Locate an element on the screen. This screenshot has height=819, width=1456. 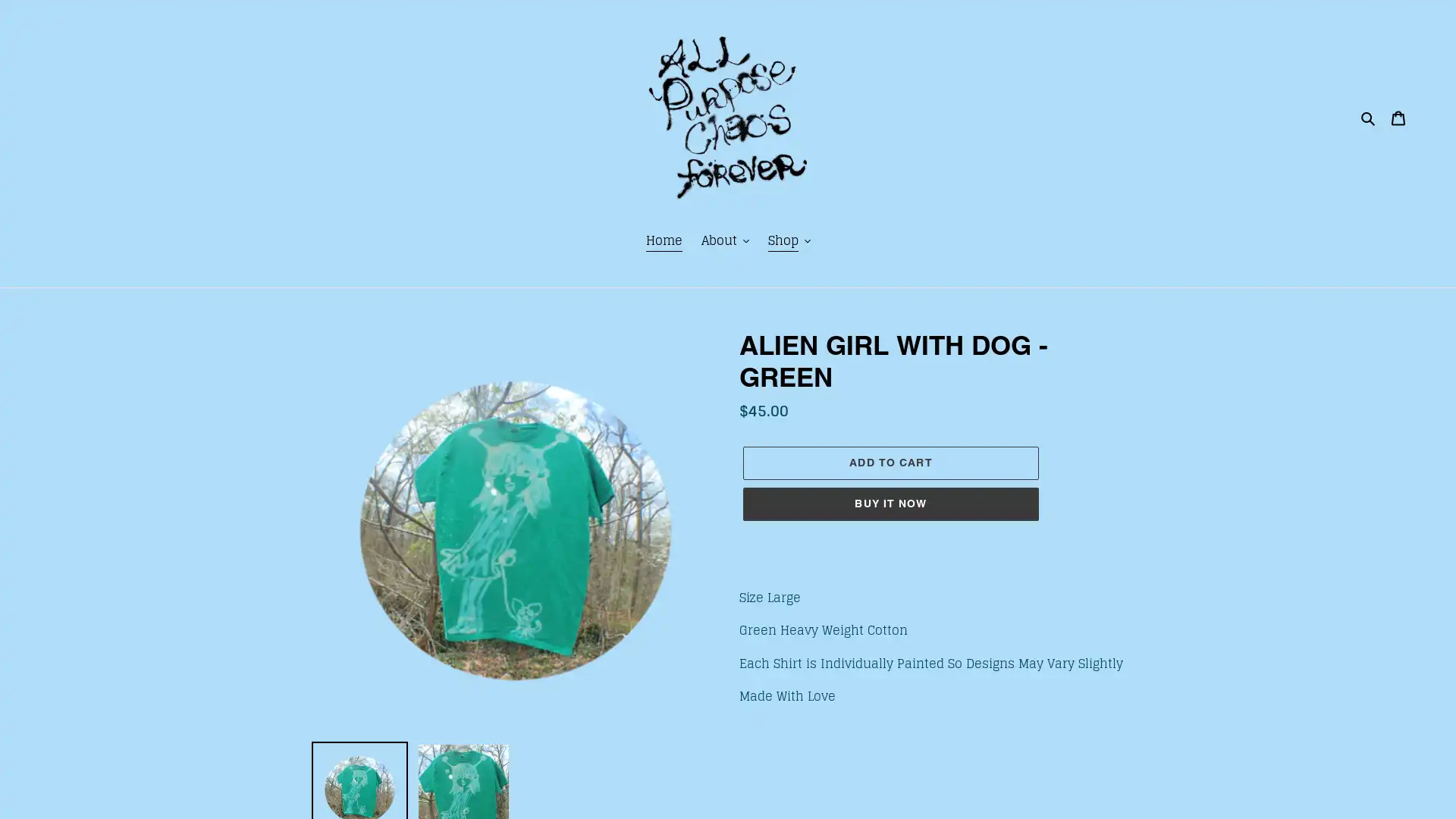
BUY IT NOW is located at coordinates (891, 504).